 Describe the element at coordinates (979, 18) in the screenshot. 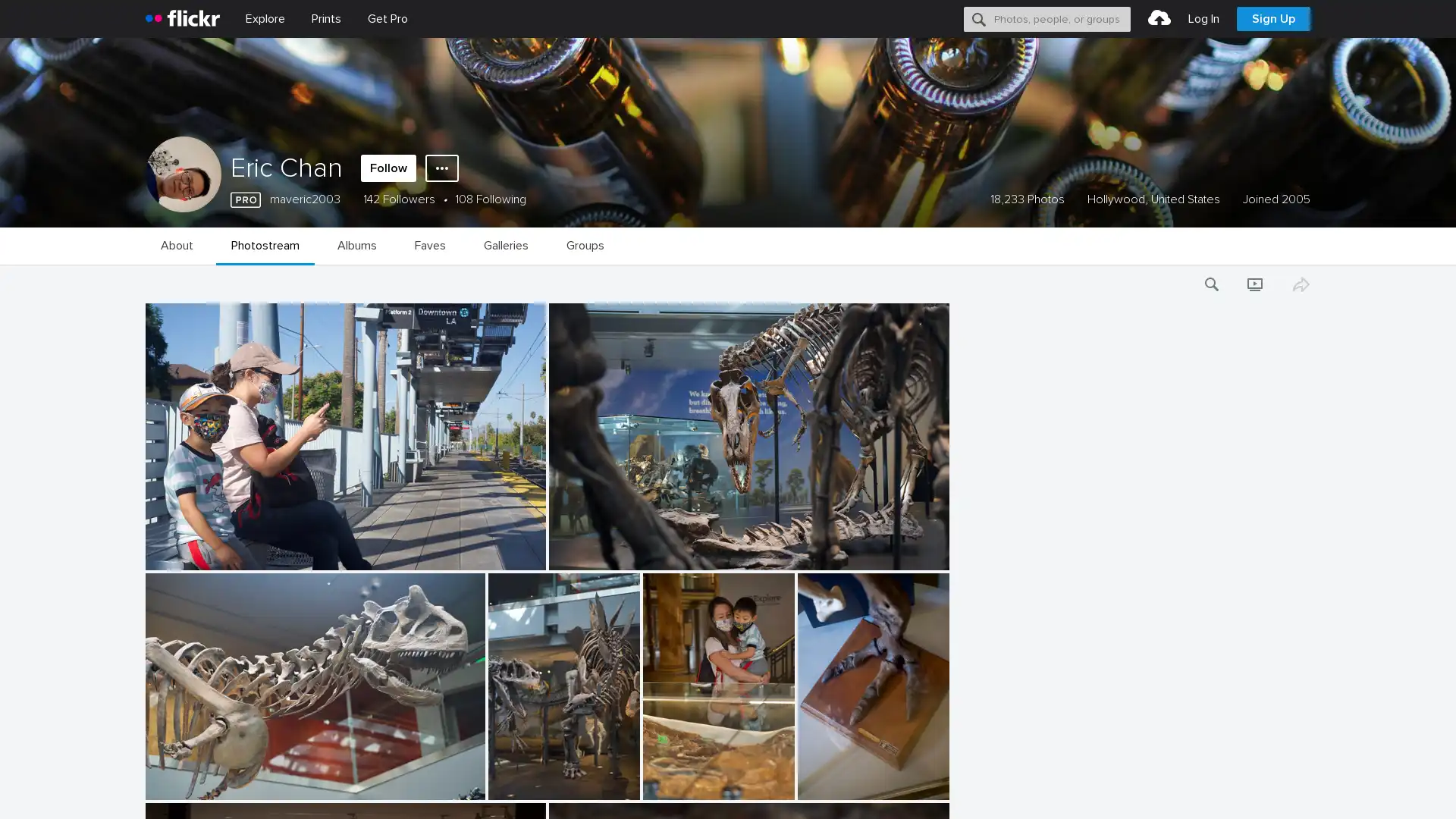

I see `Search` at that location.